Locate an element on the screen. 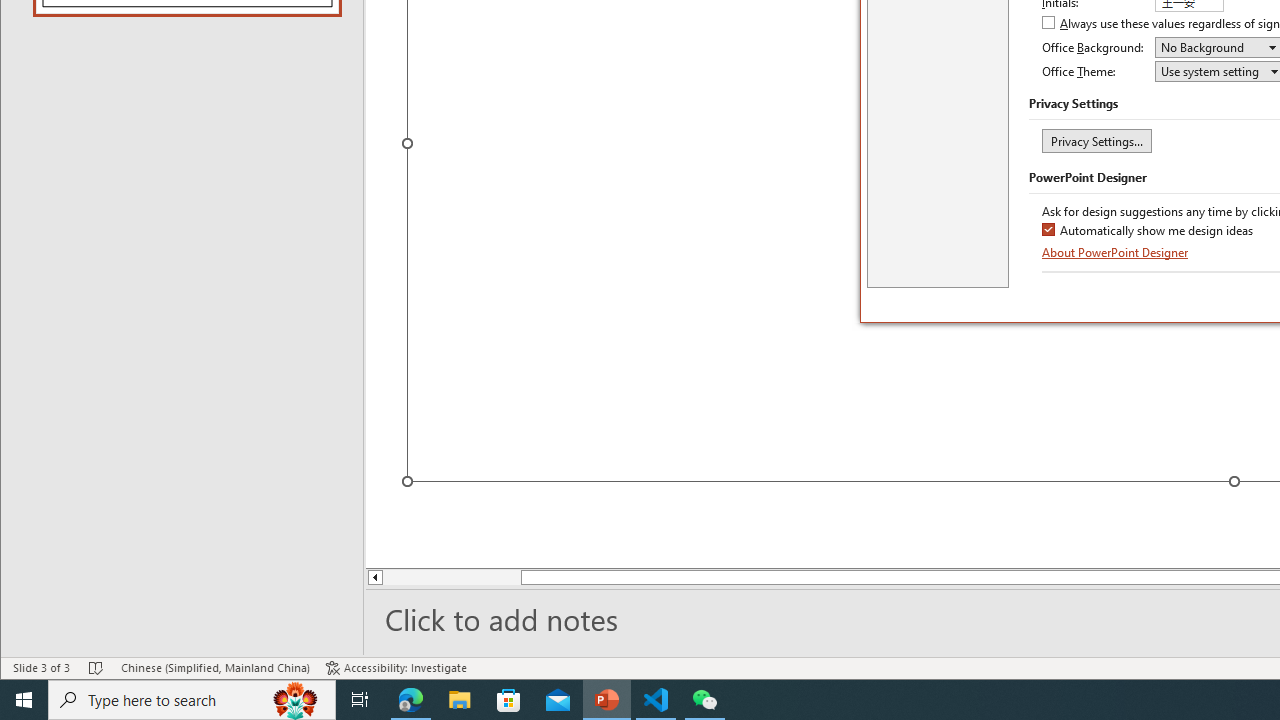 Image resolution: width=1280 pixels, height=720 pixels. 'About PowerPoint Designer' is located at coordinates (1115, 251).